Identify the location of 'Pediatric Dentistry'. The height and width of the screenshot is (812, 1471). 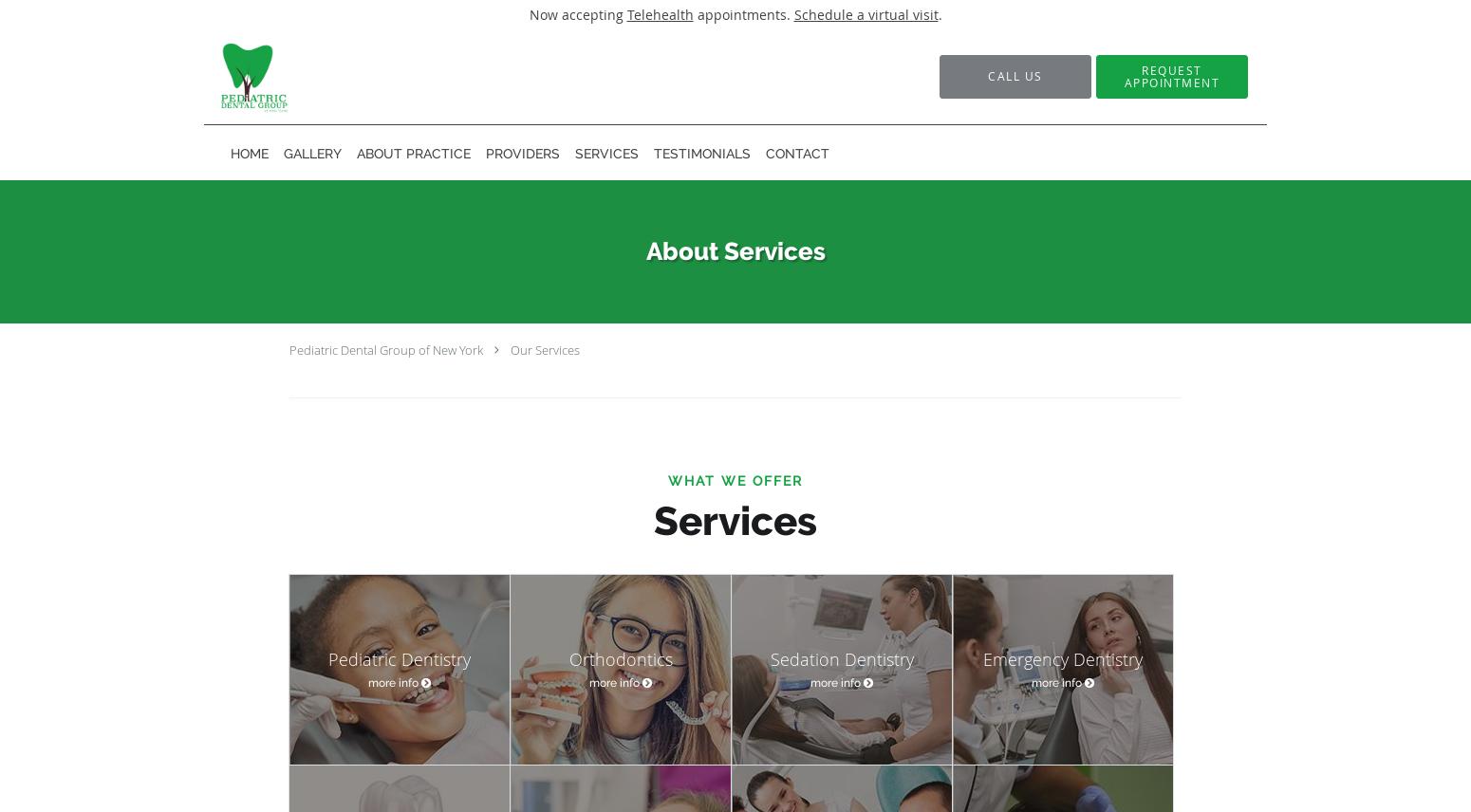
(399, 657).